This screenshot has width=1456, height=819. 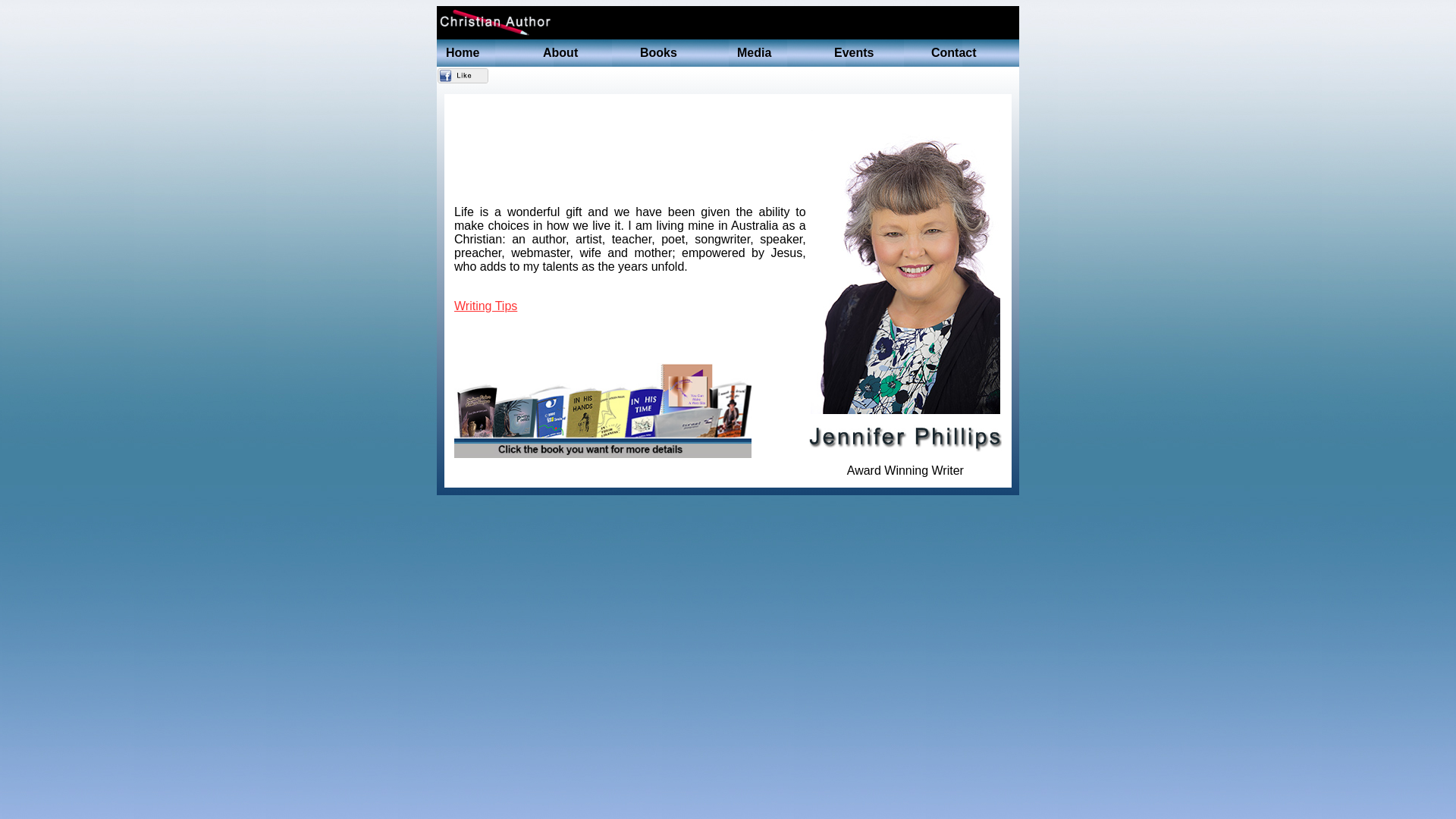 I want to click on 'About', so click(x=534, y=52).